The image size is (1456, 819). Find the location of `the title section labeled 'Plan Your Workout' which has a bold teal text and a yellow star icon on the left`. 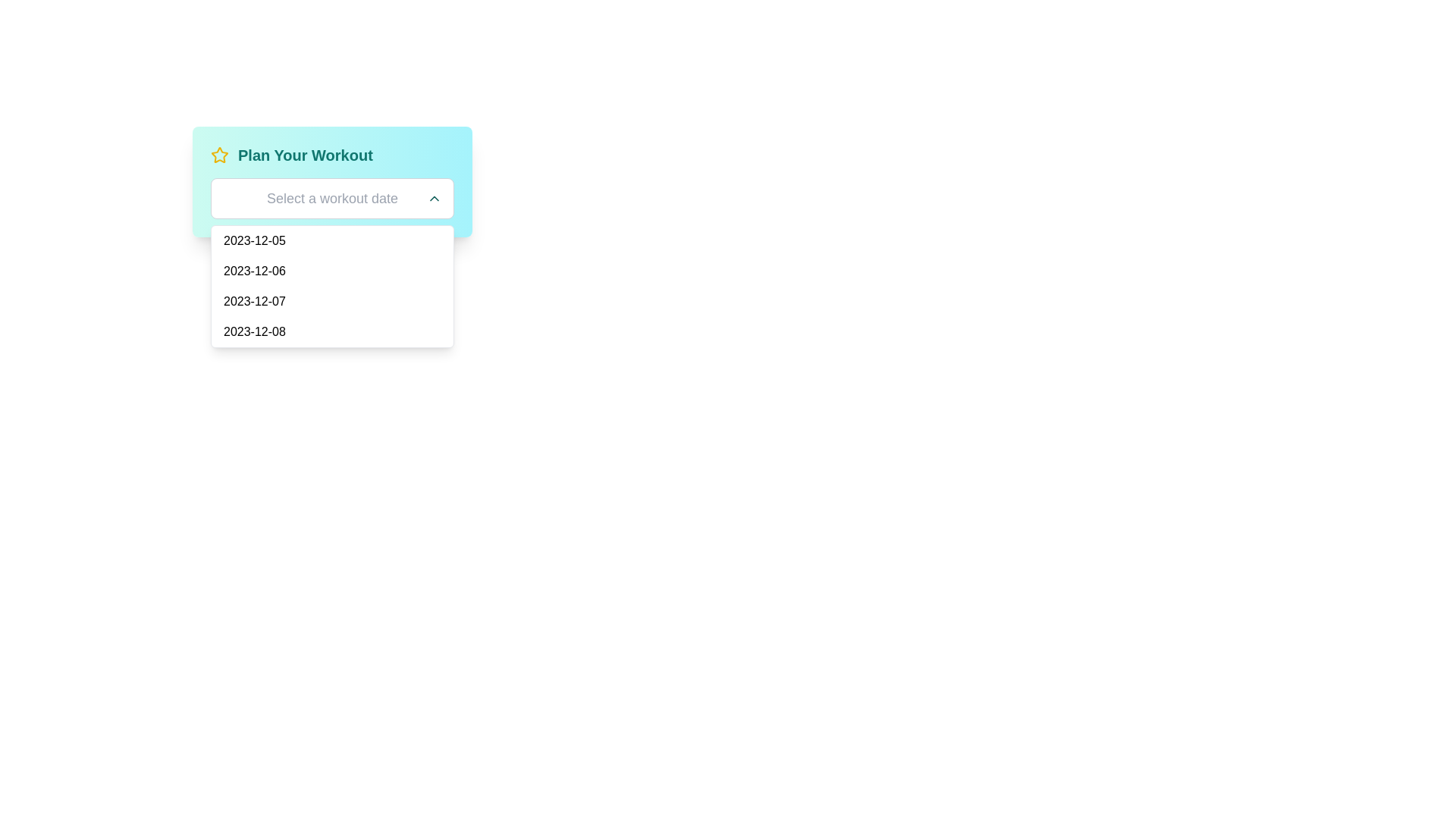

the title section labeled 'Plan Your Workout' which has a bold teal text and a yellow star icon on the left is located at coordinates (331, 155).